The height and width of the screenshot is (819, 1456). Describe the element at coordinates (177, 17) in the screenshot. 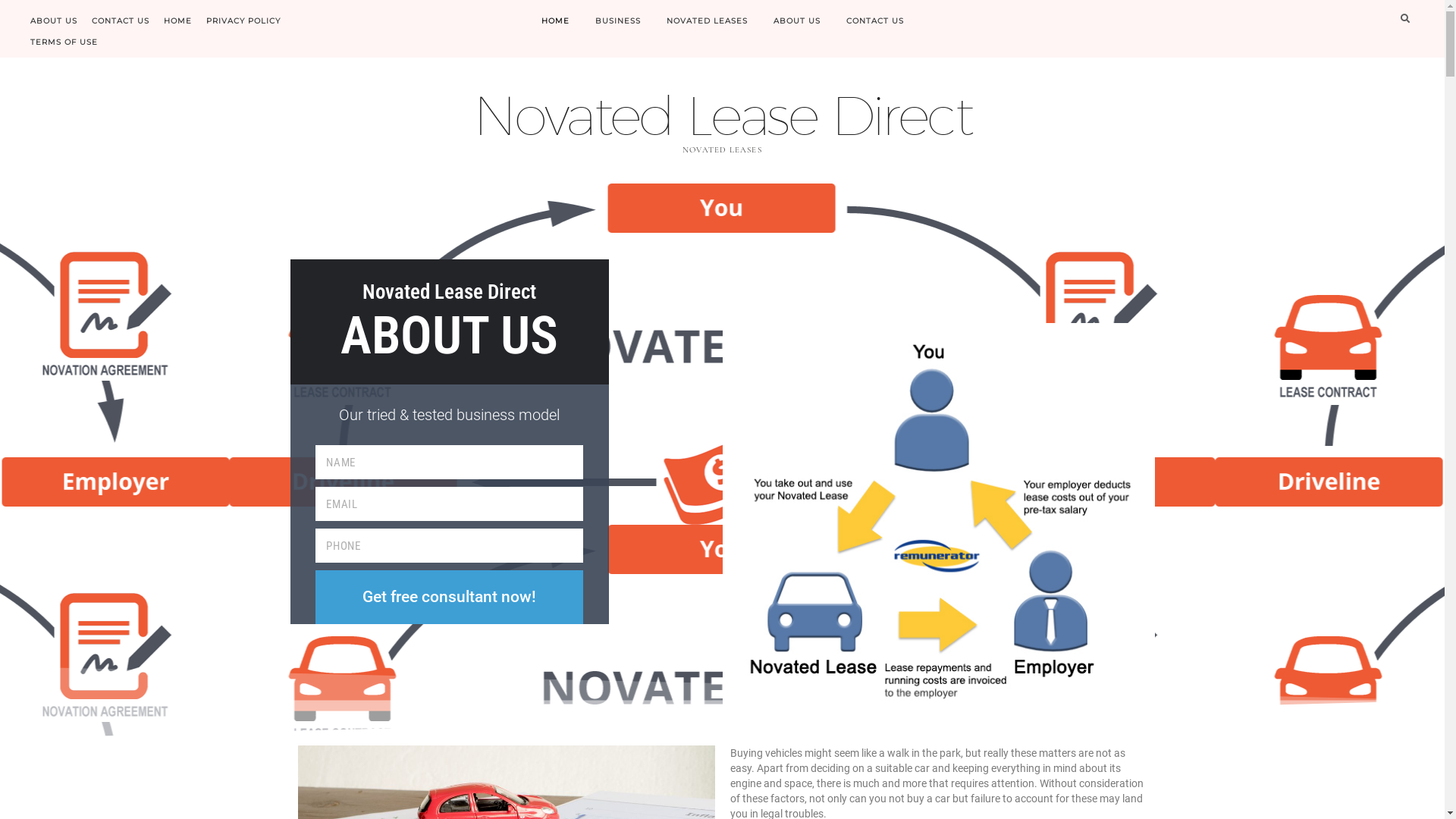

I see `'HOME'` at that location.